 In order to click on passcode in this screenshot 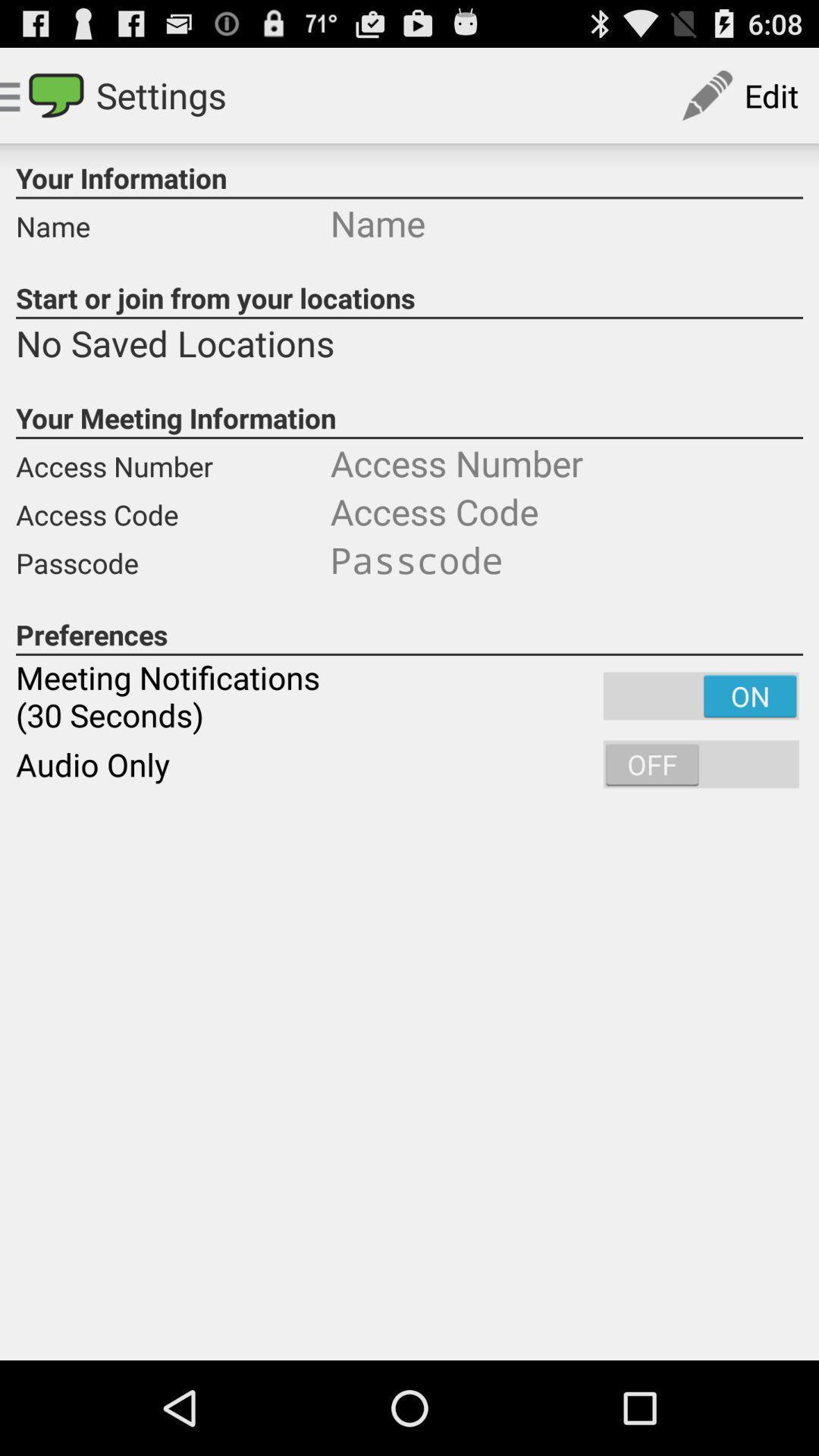, I will do `click(566, 559)`.